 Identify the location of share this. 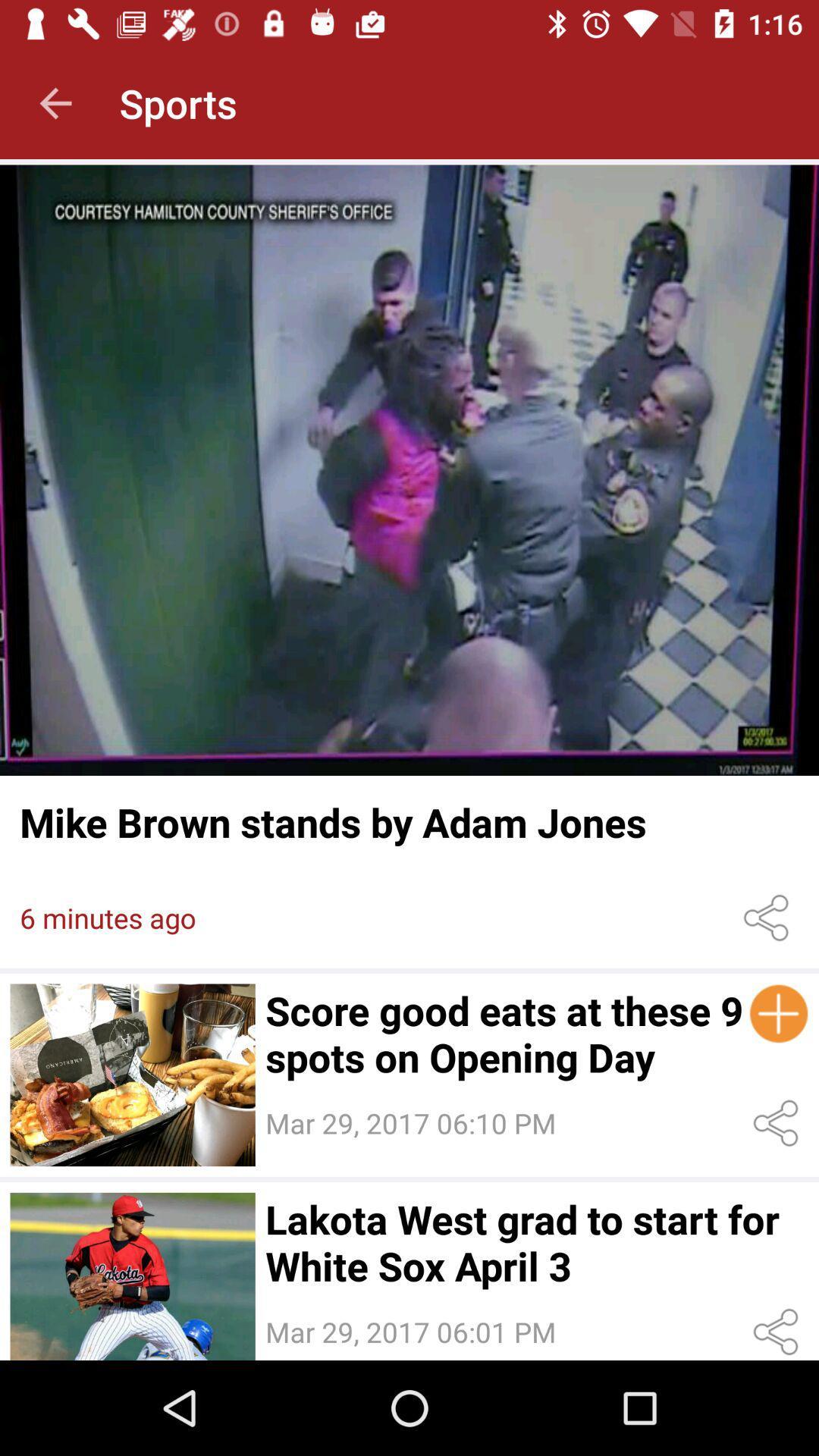
(769, 917).